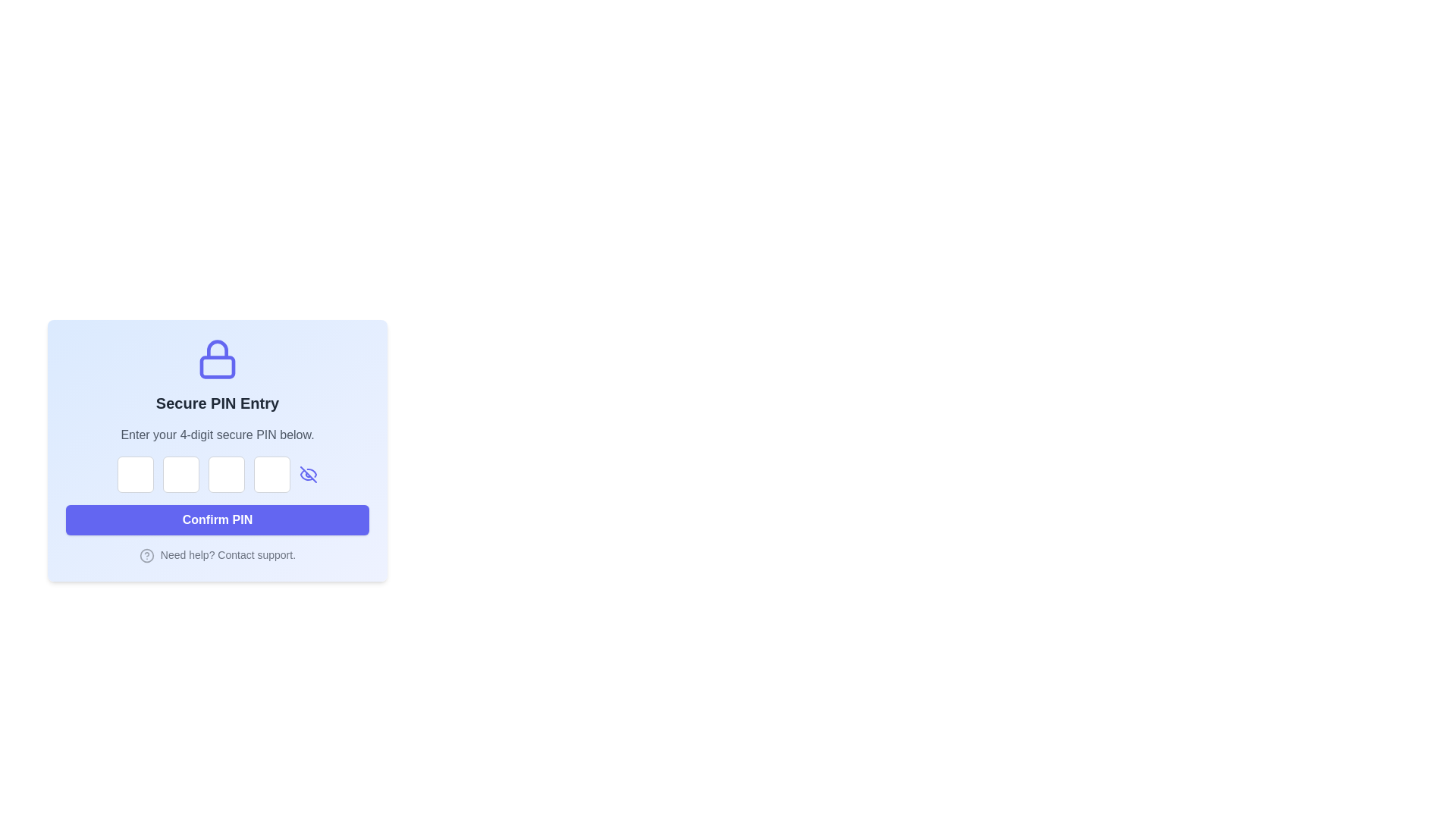 Image resolution: width=1456 pixels, height=819 pixels. What do you see at coordinates (146, 556) in the screenshot?
I see `the circular help icon resembling a question mark located below the 'Confirm PIN' button, aligned with the text 'Need help? Contact support.'` at bounding box center [146, 556].